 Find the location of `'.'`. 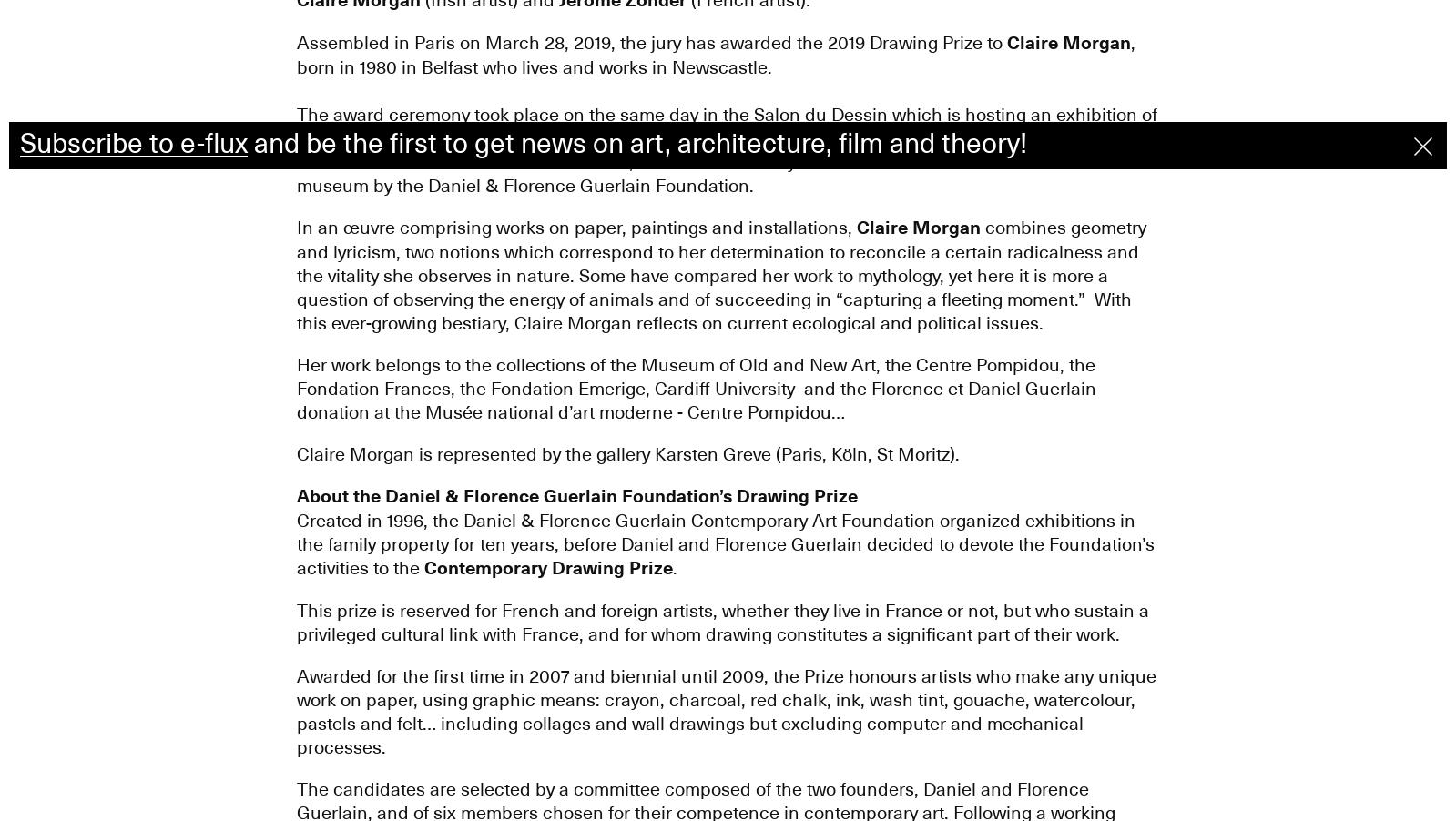

'.' is located at coordinates (670, 566).